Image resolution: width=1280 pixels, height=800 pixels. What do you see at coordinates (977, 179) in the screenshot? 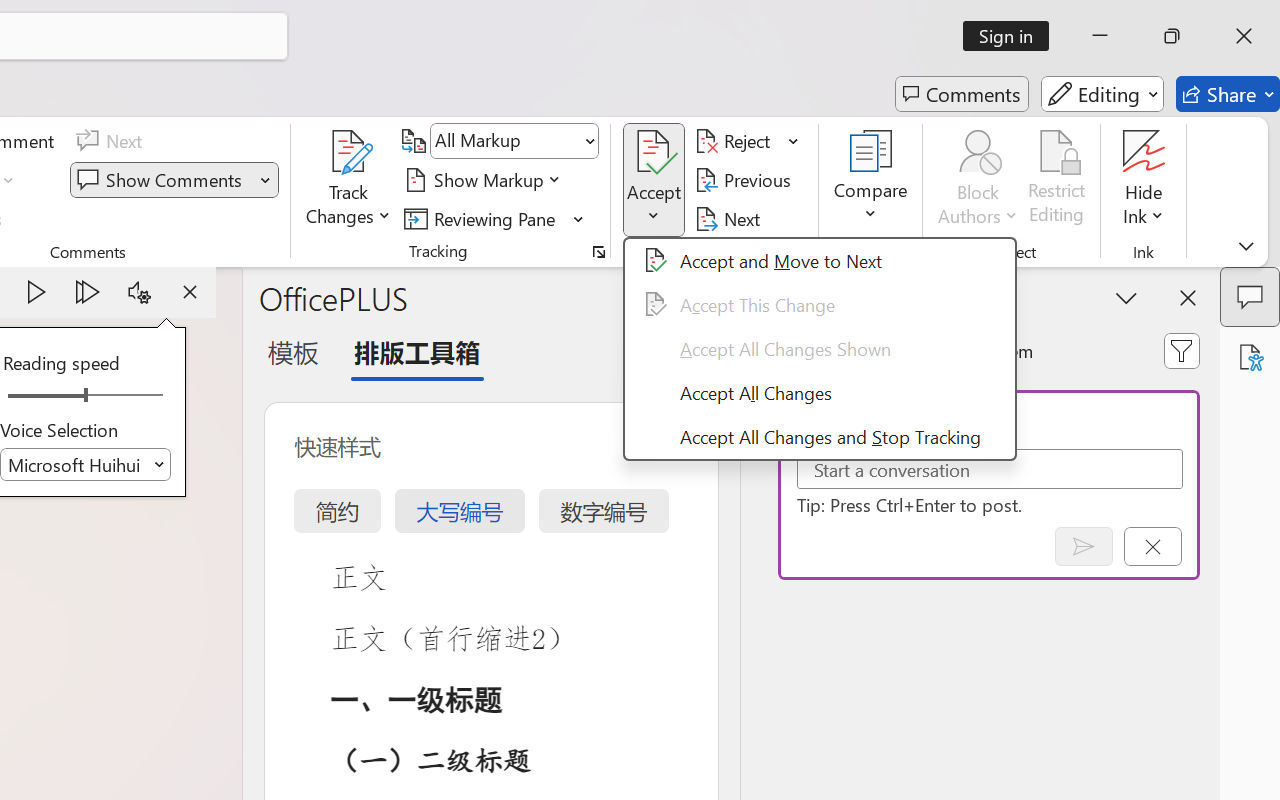
I see `'Block Authors'` at bounding box center [977, 179].